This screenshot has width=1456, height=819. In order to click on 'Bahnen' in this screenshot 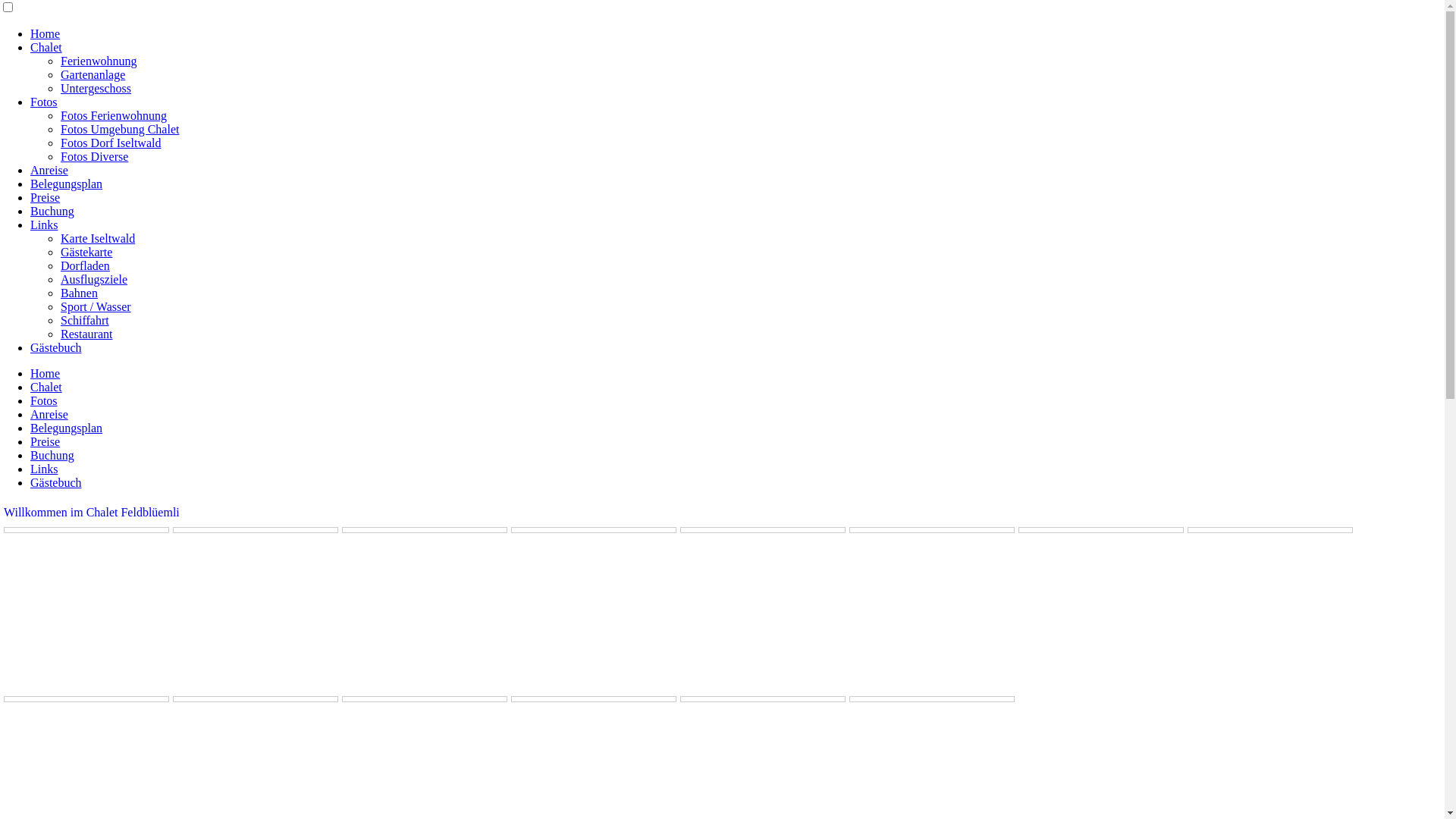, I will do `click(61, 293)`.